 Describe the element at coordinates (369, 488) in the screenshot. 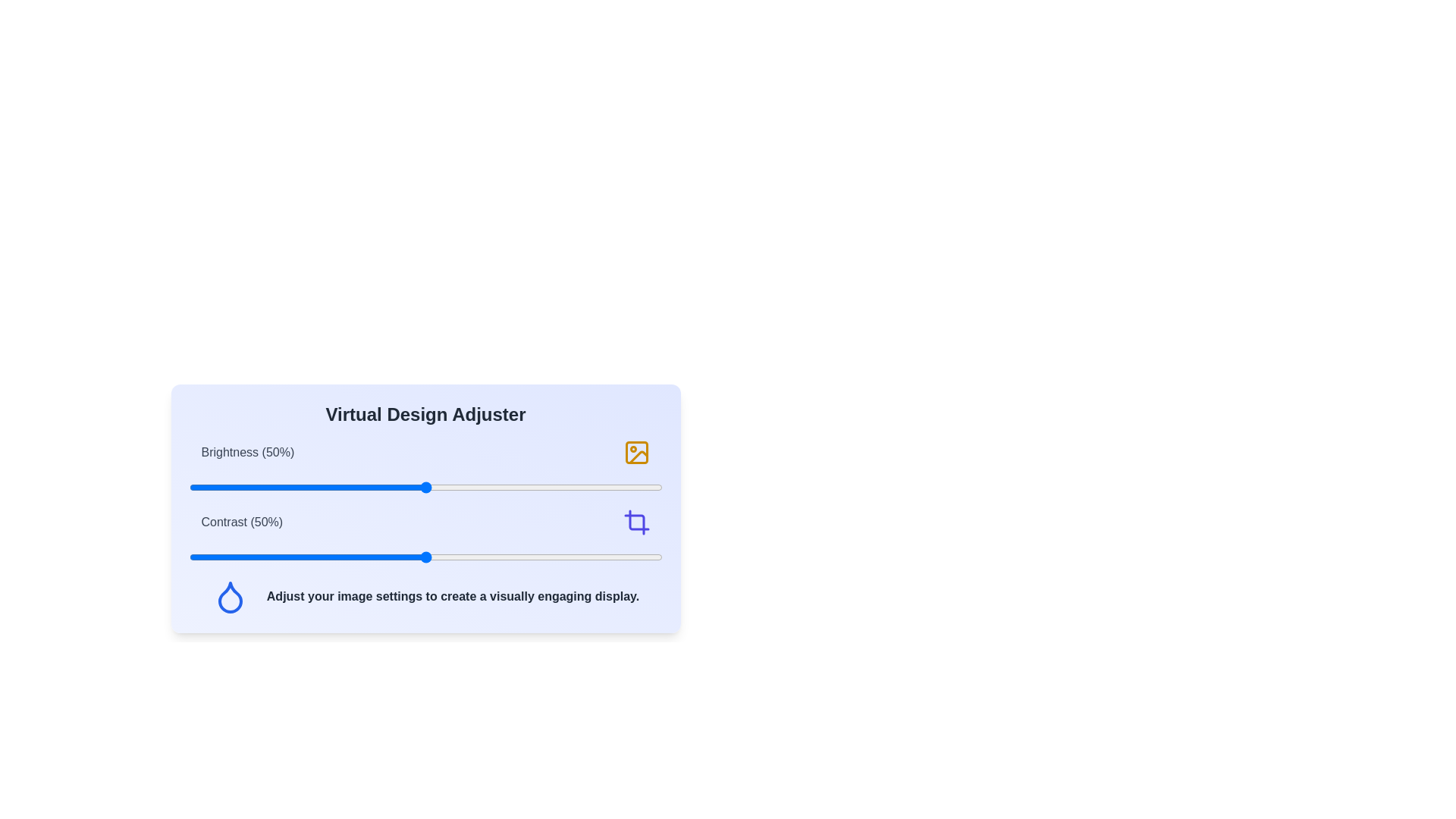

I see `the brightness slider to 38%` at that location.